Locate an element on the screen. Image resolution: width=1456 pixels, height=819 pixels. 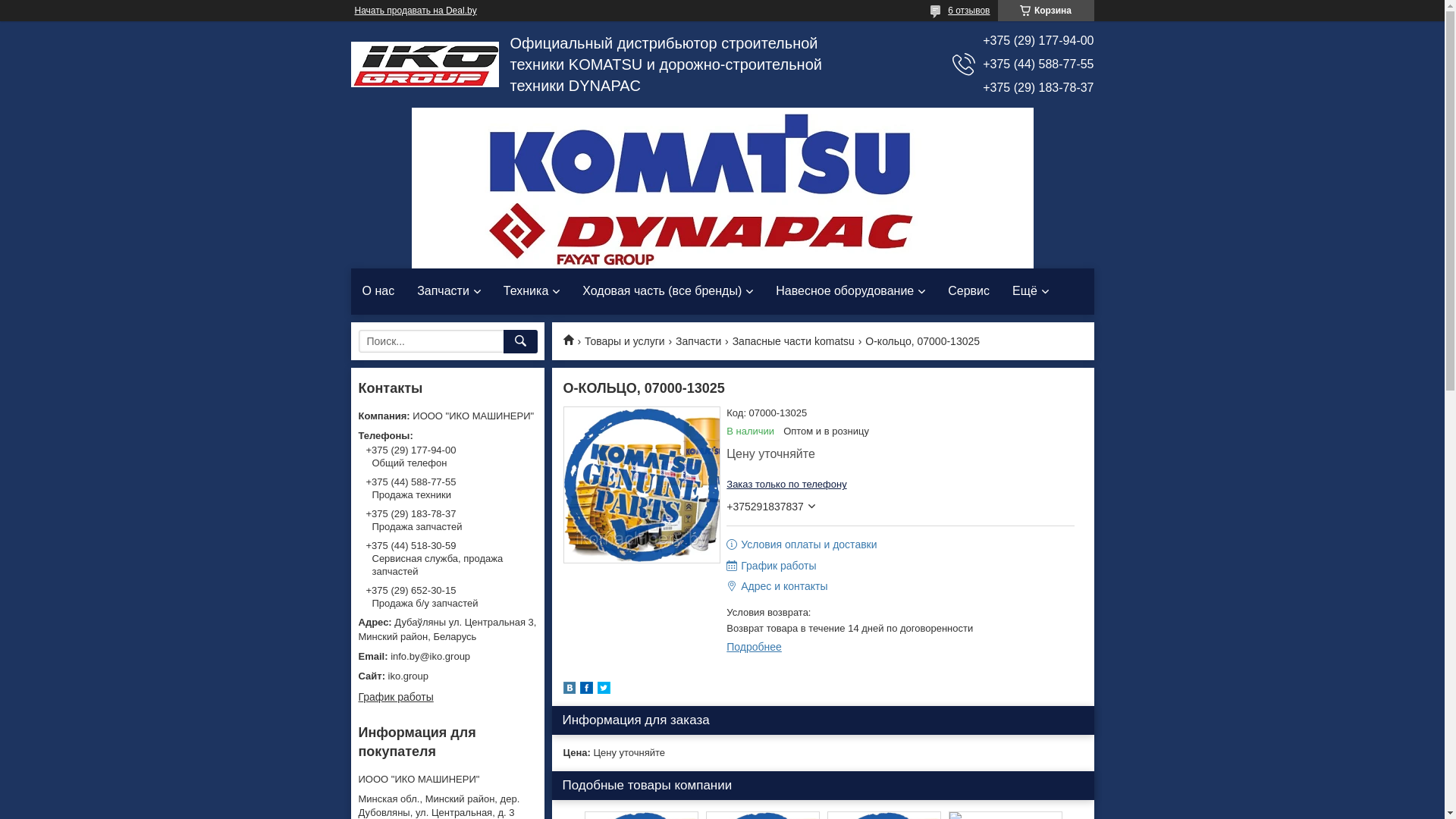
'iko.group' is located at coordinates (446, 675).